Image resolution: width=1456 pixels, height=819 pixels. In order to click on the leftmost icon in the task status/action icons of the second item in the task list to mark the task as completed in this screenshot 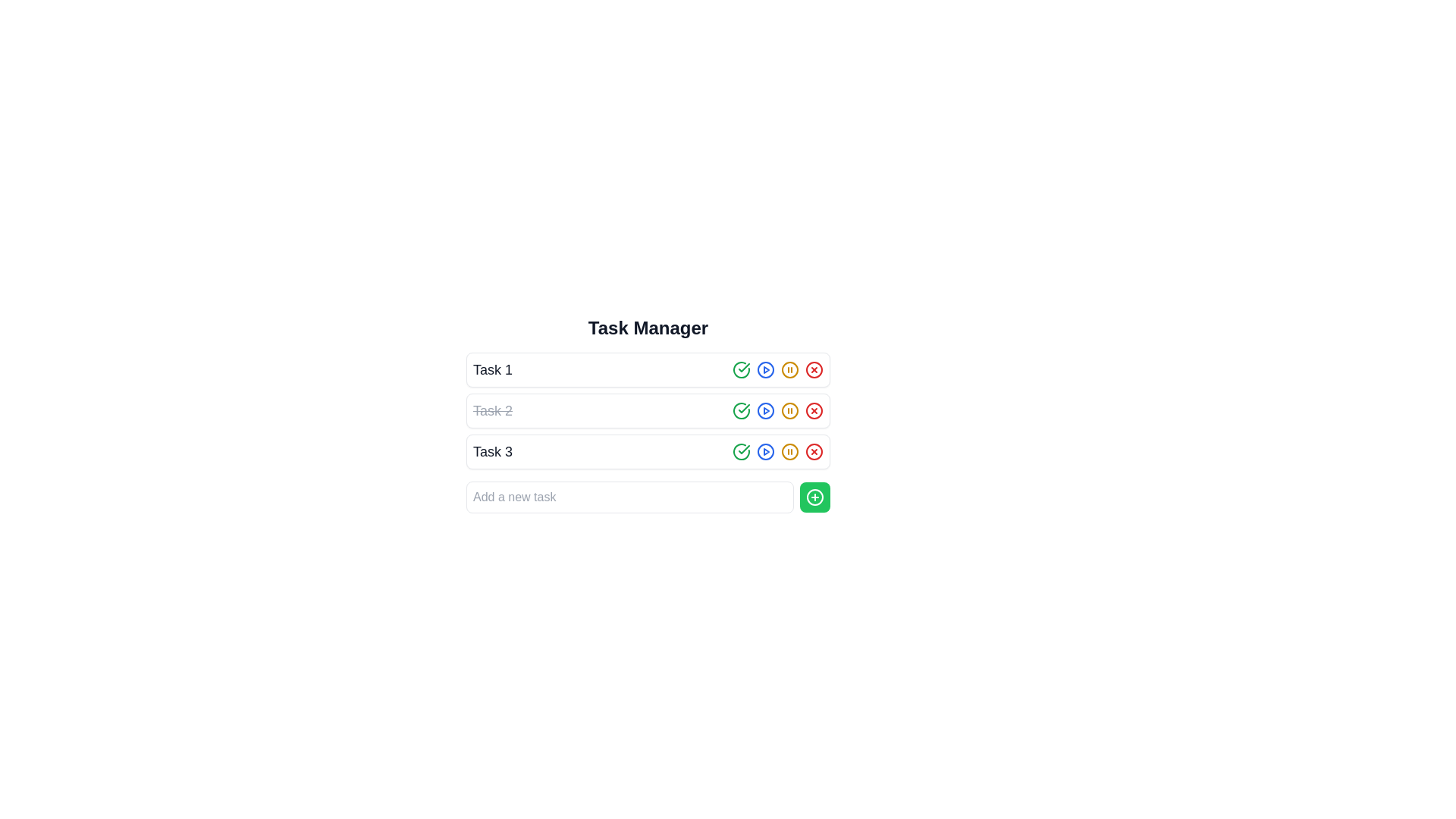, I will do `click(742, 411)`.